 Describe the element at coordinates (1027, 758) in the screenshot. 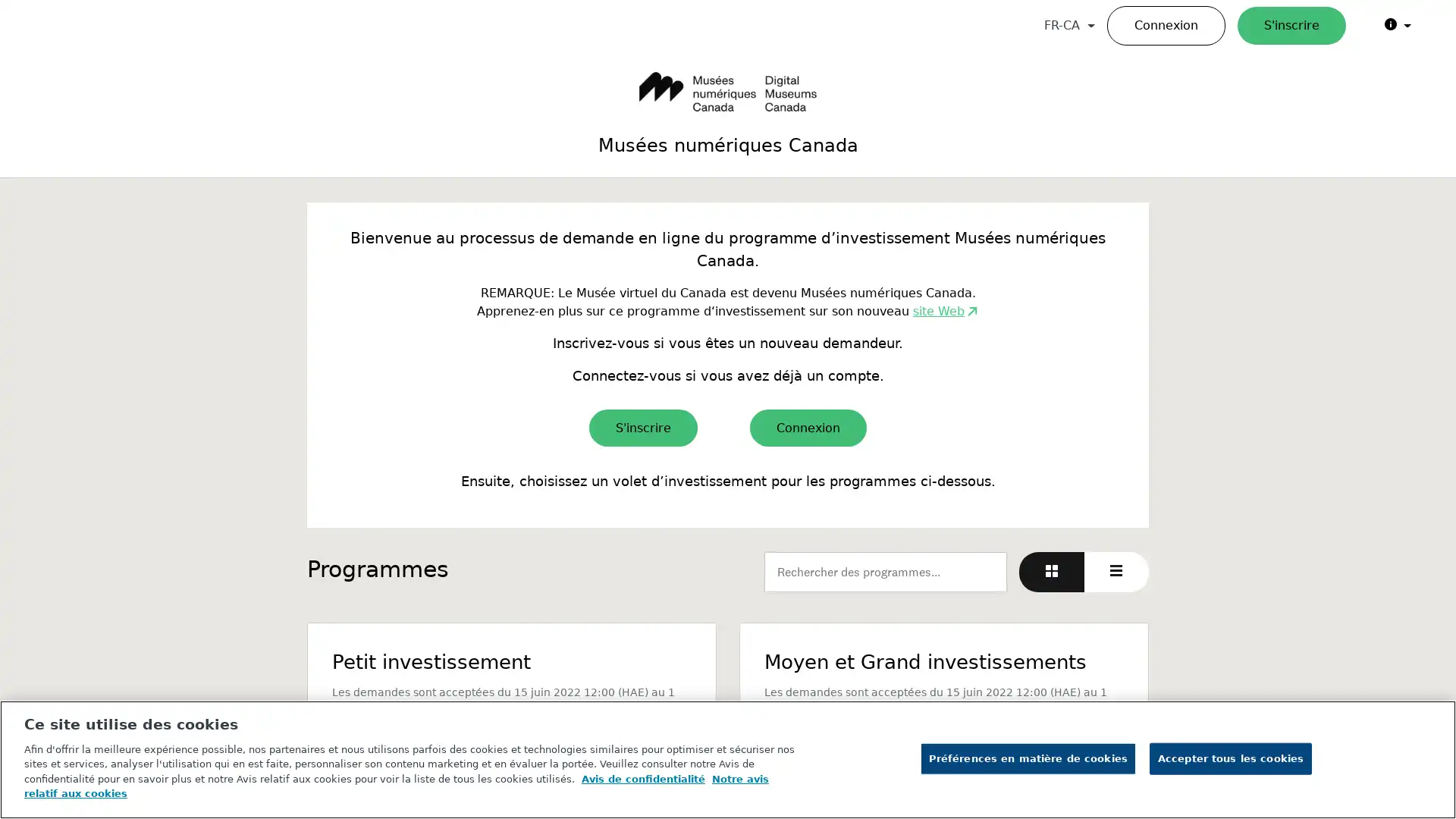

I see `Preferences en matiere de cookies` at that location.